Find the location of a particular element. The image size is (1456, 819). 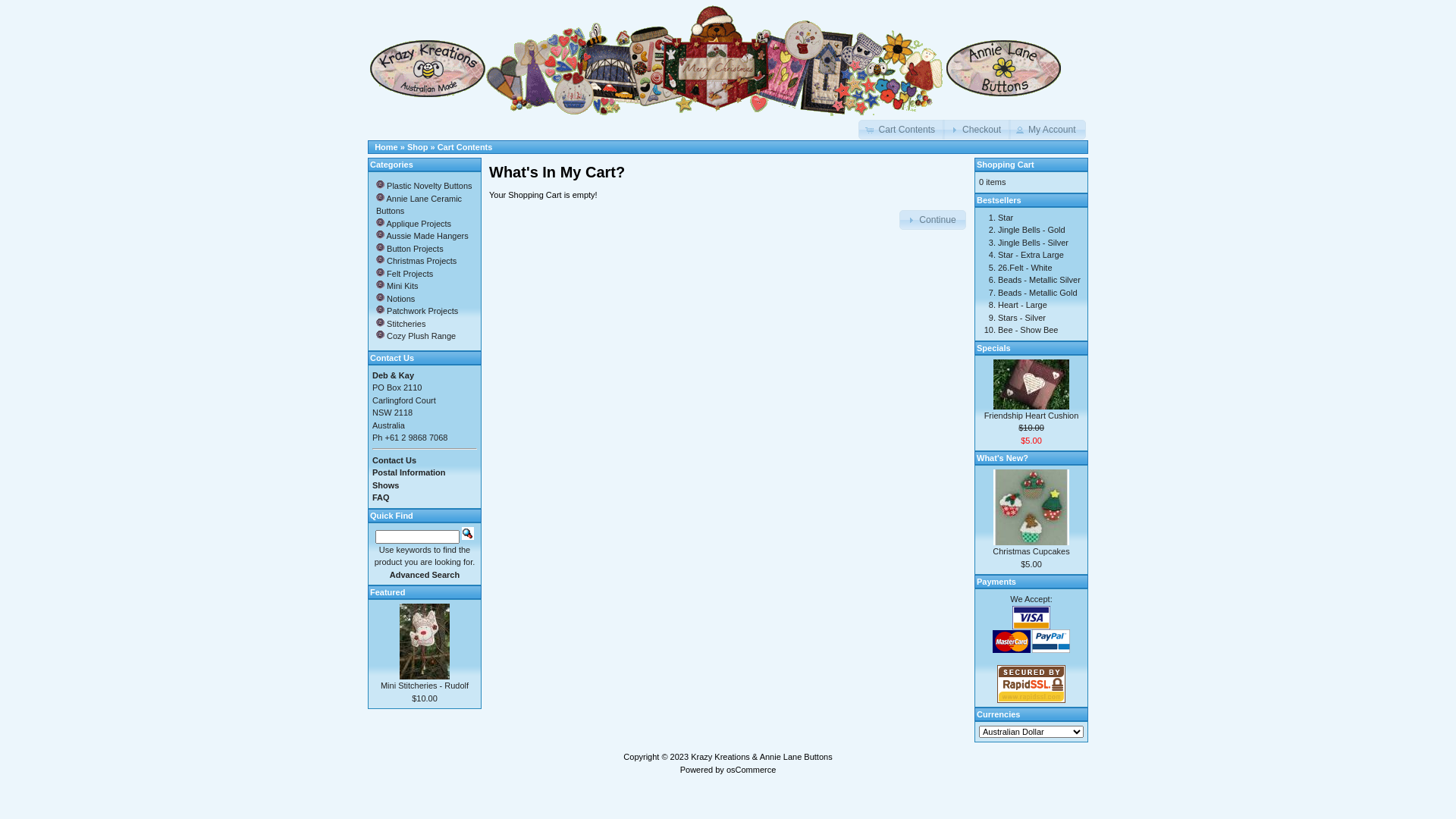

'Shopping Cart' is located at coordinates (1005, 164).